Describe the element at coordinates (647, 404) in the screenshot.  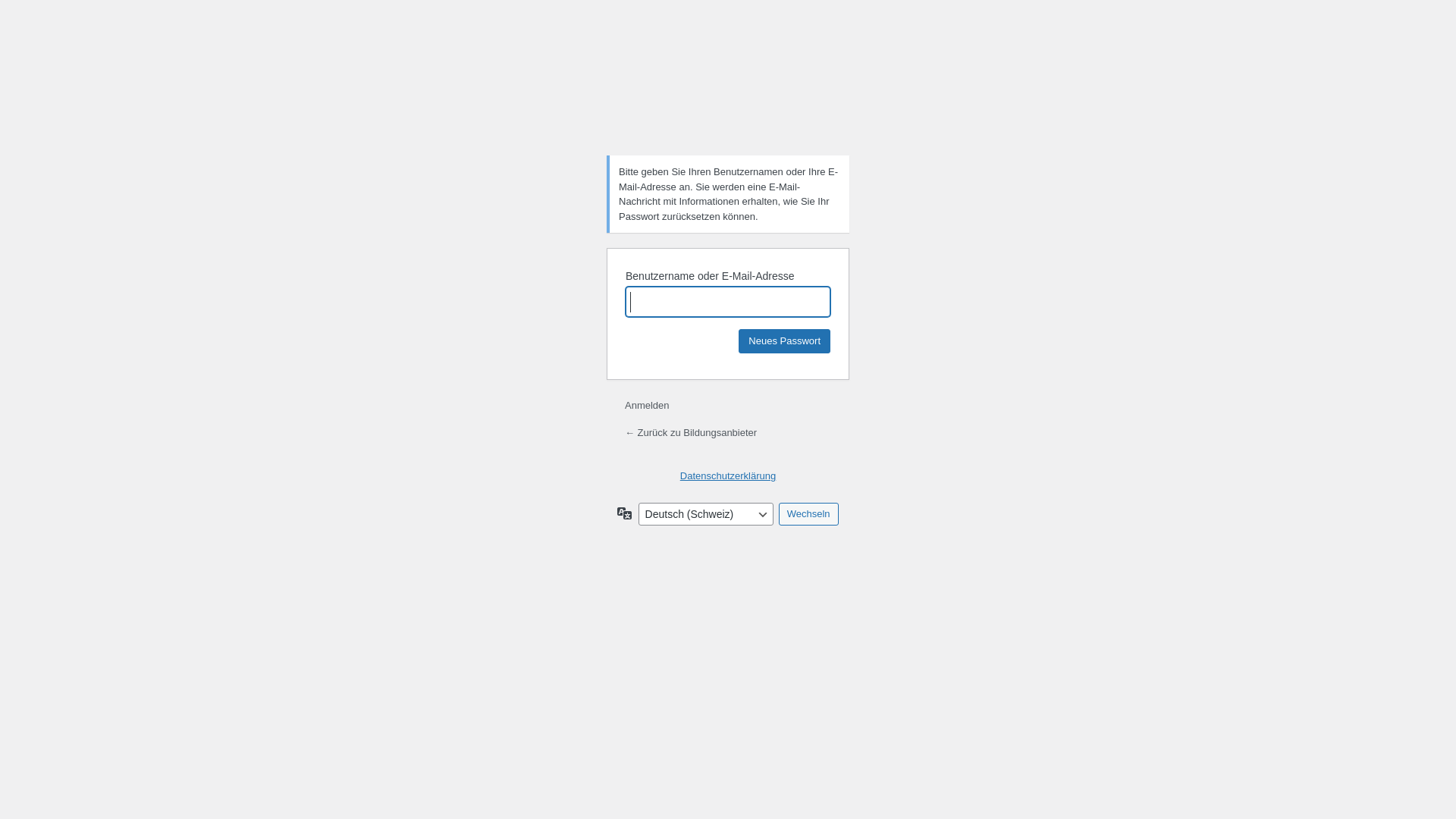
I see `'Anmelden'` at that location.